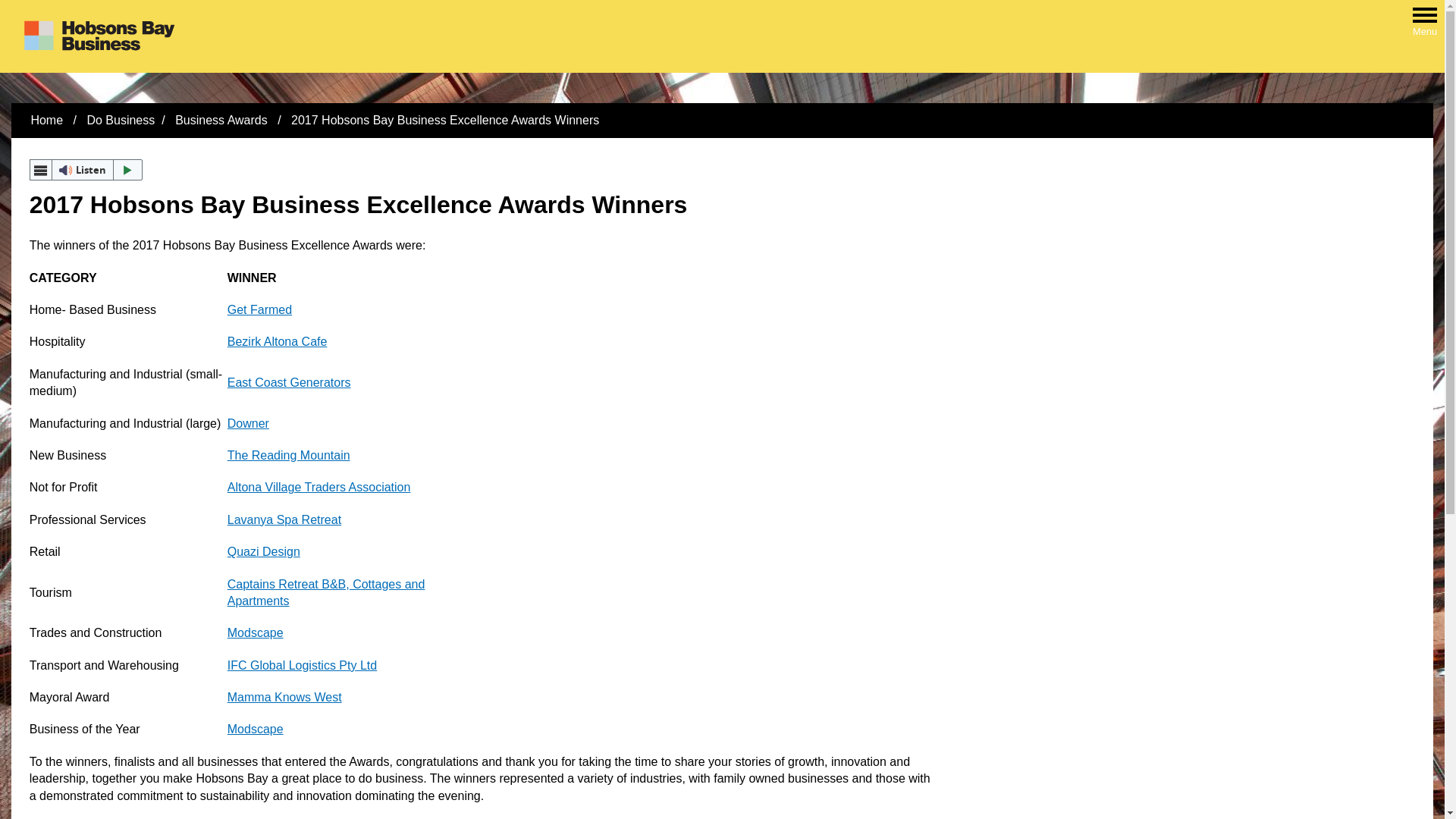 This screenshot has width=1456, height=819. What do you see at coordinates (40, 169) in the screenshot?
I see `'webReader menu'` at bounding box center [40, 169].